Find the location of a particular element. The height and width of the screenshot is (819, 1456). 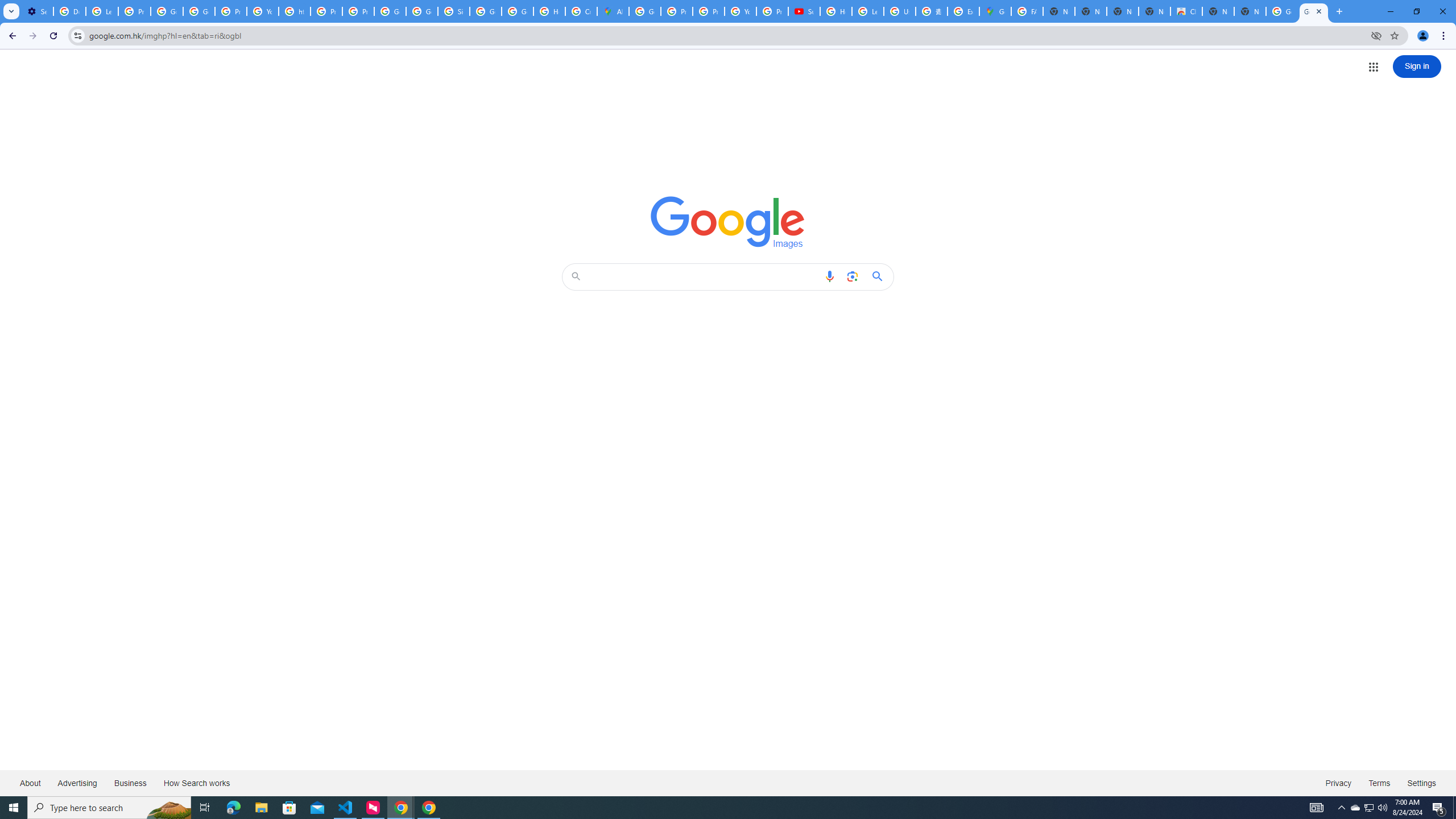

'Privacy Help Center - Policies Help' is located at coordinates (708, 11).